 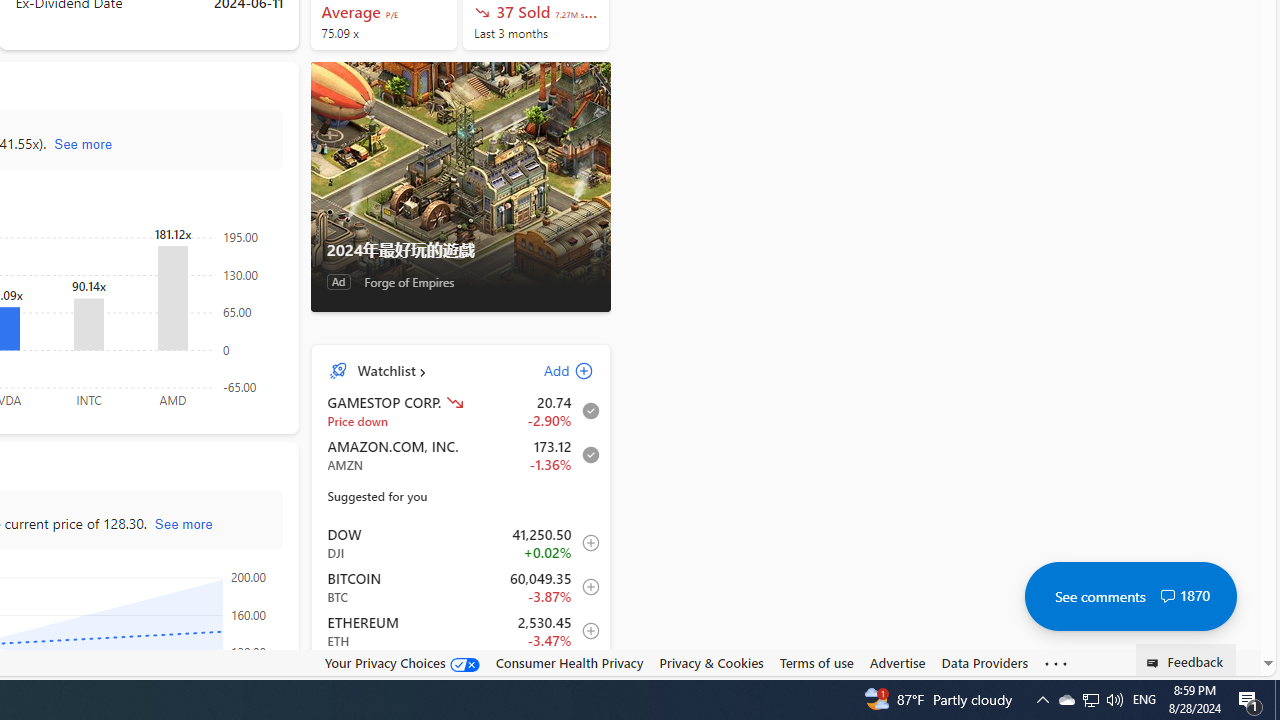 What do you see at coordinates (984, 662) in the screenshot?
I see `'Data Providers'` at bounding box center [984, 662].